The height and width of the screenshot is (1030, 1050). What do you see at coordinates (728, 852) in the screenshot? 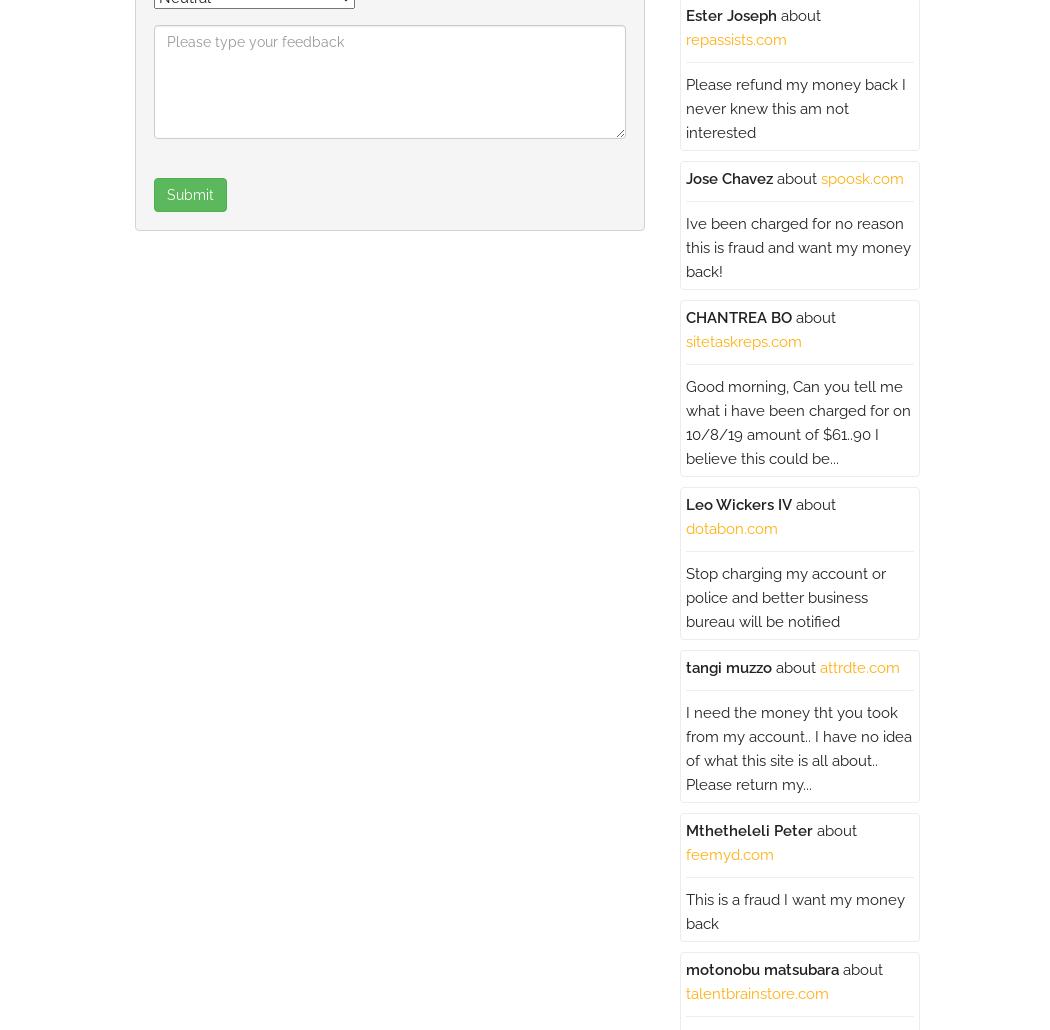
I see `'feemyd.com'` at bounding box center [728, 852].